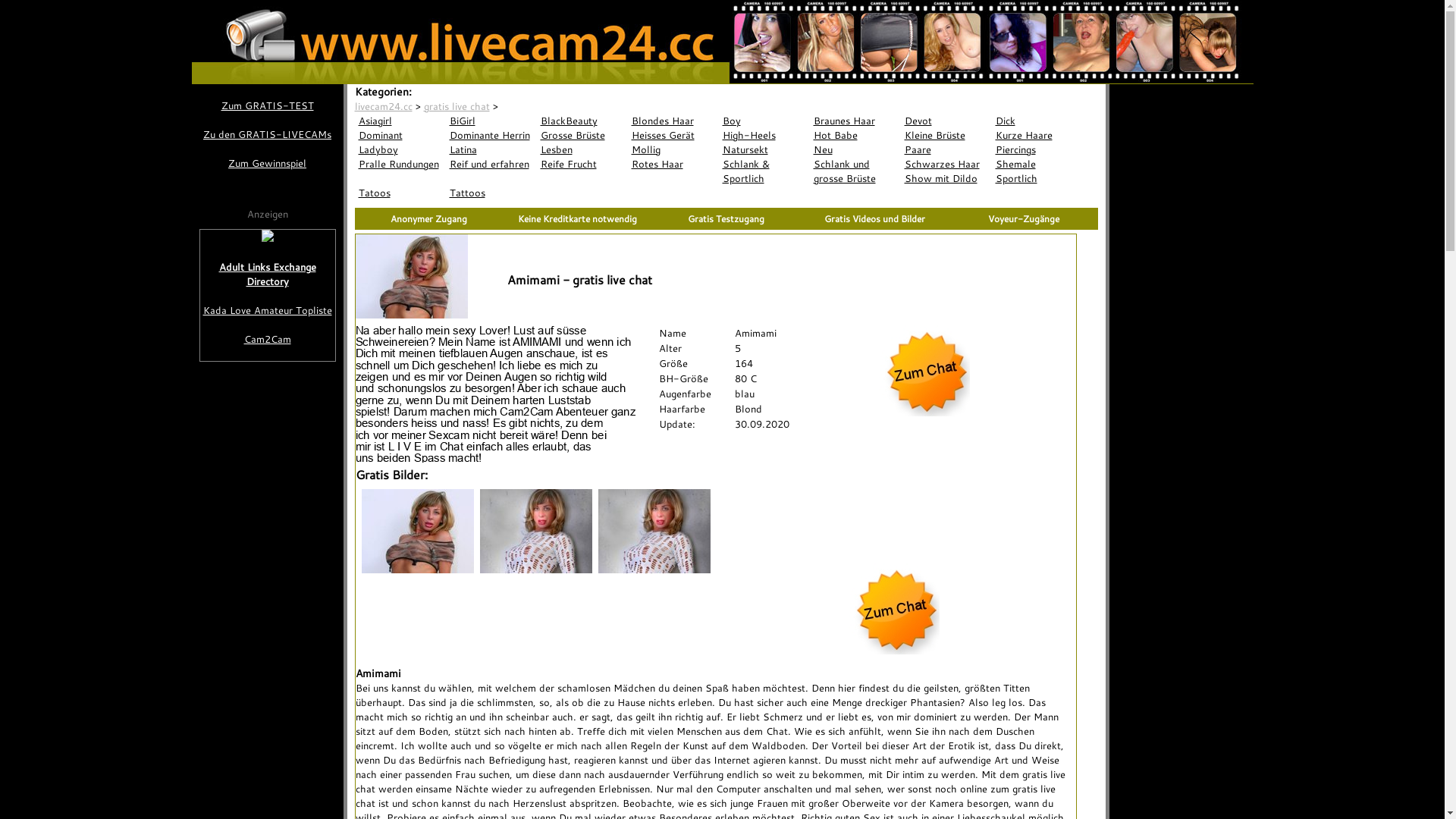 The height and width of the screenshot is (819, 1456). Describe the element at coordinates (491, 192) in the screenshot. I see `'Tattoos'` at that location.